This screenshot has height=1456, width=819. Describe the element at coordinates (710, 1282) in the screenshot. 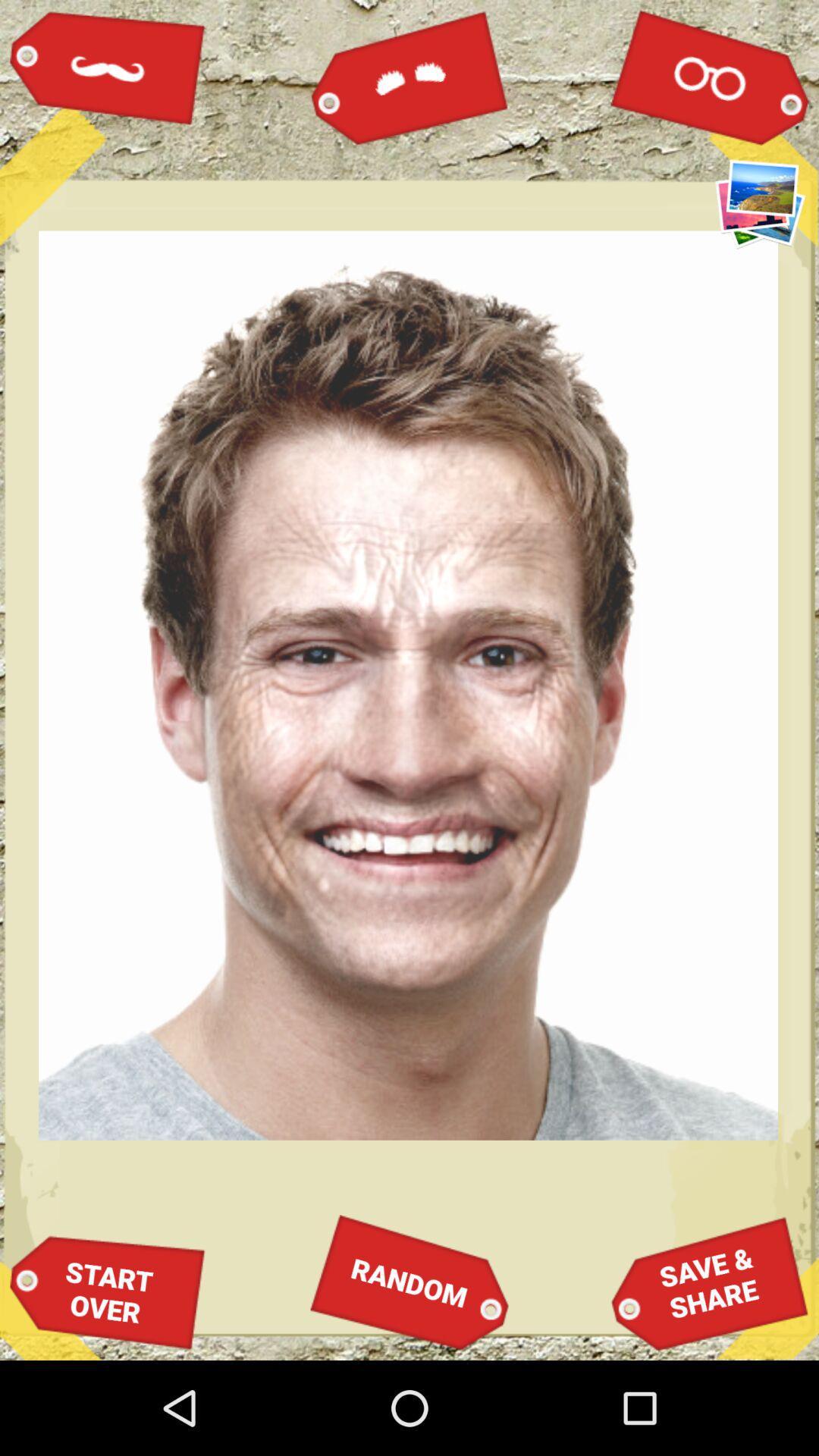

I see `icon next to random` at that location.